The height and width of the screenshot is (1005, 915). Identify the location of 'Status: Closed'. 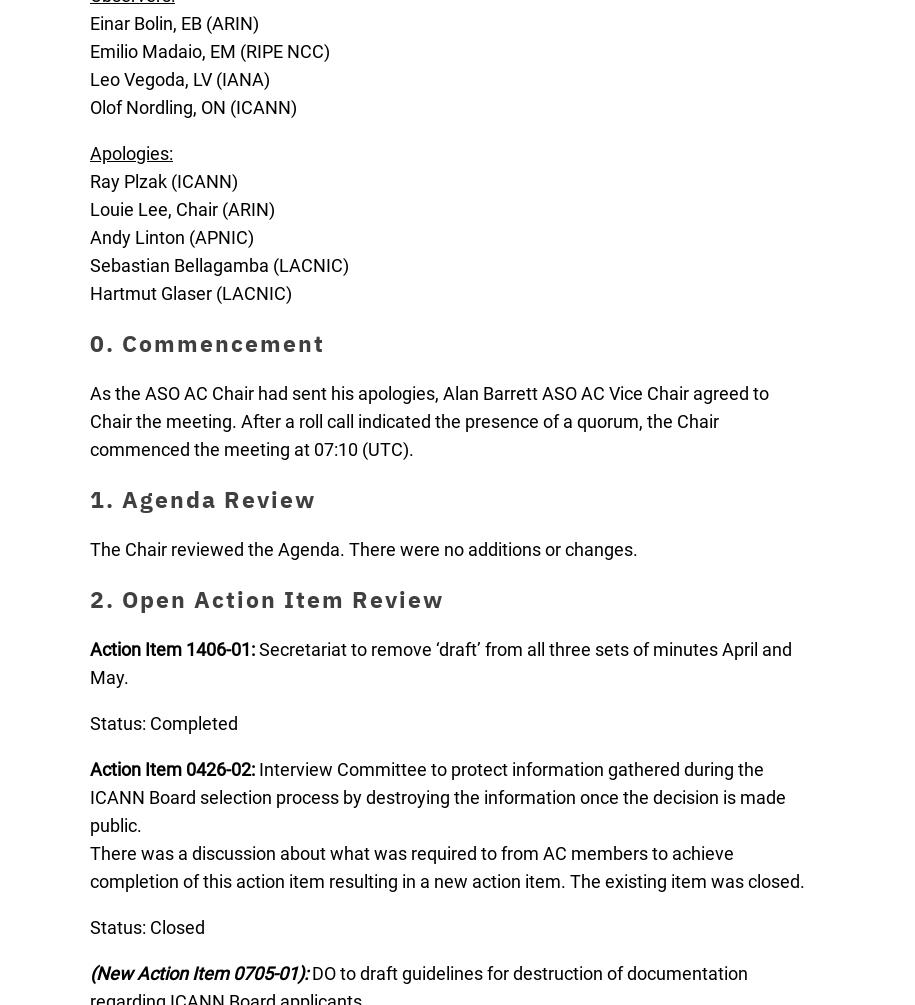
(147, 926).